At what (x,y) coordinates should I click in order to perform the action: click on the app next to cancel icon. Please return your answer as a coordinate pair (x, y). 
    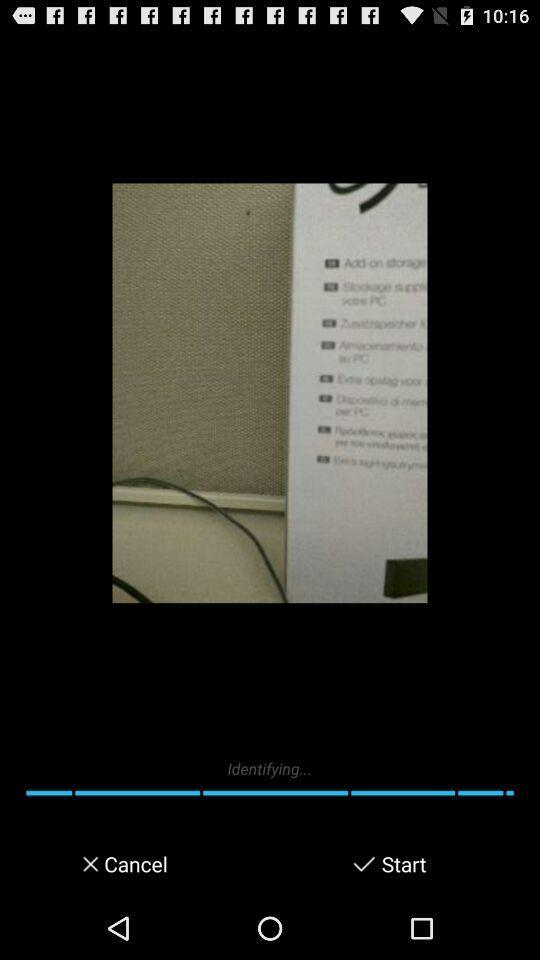
    Looking at the image, I should click on (363, 863).